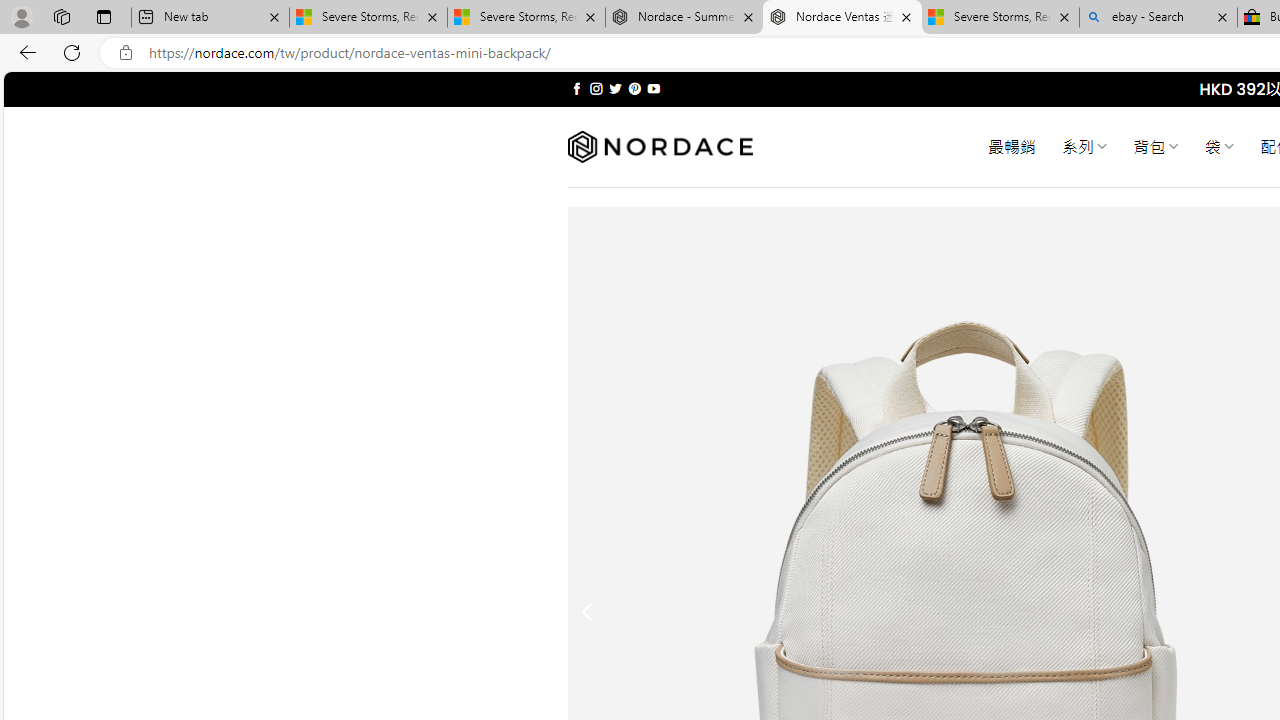 This screenshot has width=1280, height=720. Describe the element at coordinates (633, 88) in the screenshot. I see `'Follow on Pinterest'` at that location.